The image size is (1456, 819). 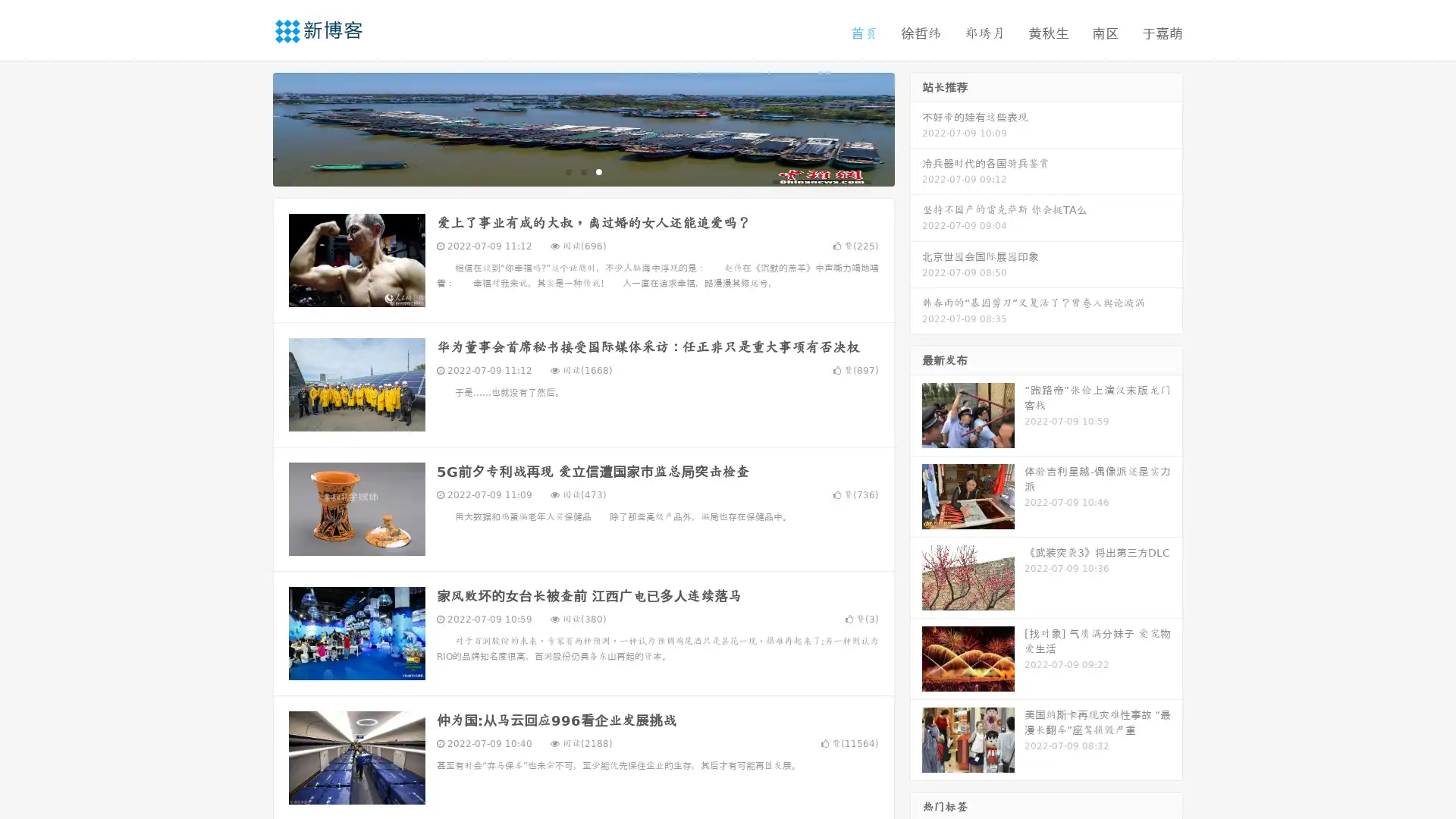 What do you see at coordinates (567, 171) in the screenshot?
I see `Go to slide 1` at bounding box center [567, 171].